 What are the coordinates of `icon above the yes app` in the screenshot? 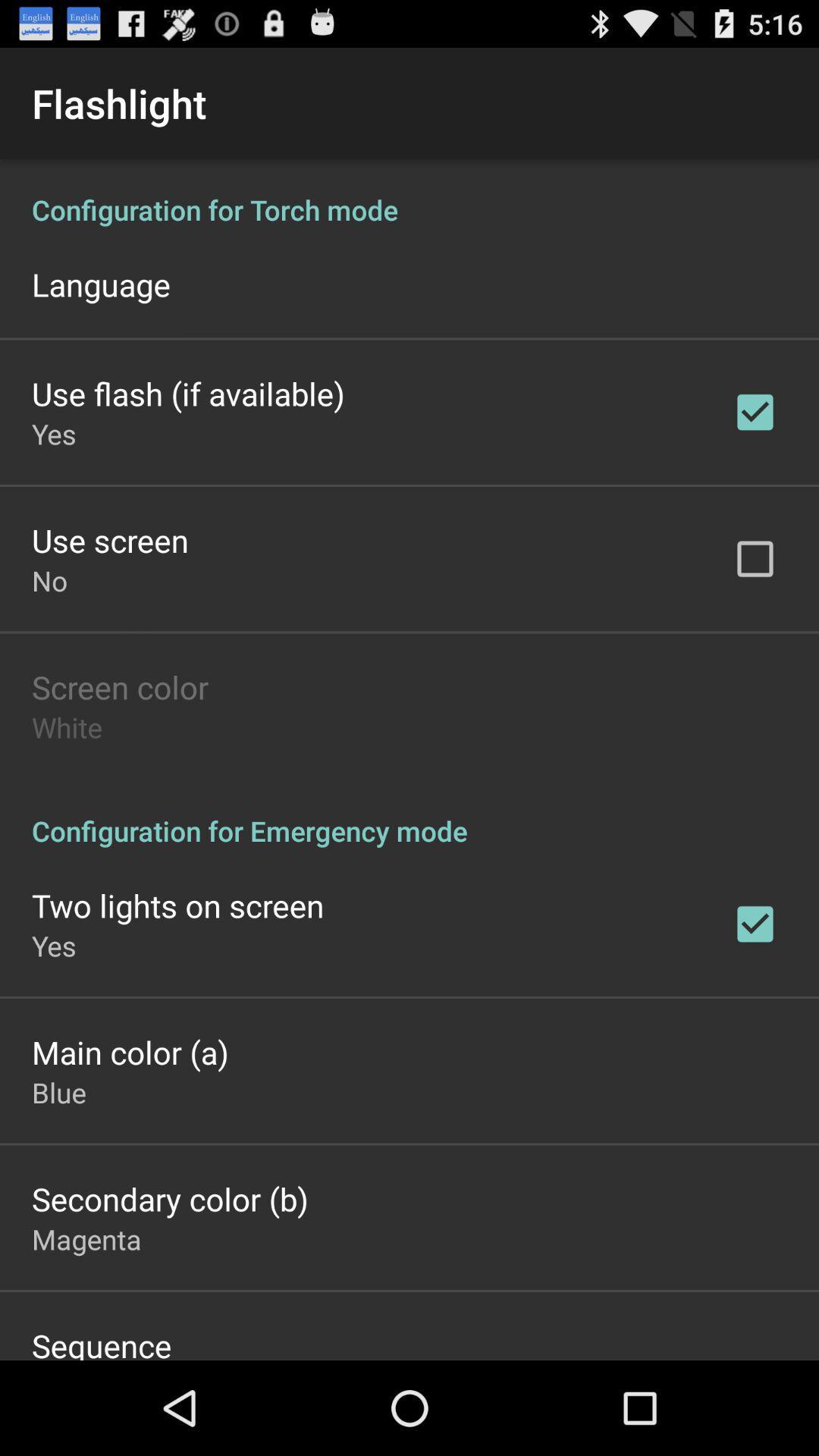 It's located at (177, 905).